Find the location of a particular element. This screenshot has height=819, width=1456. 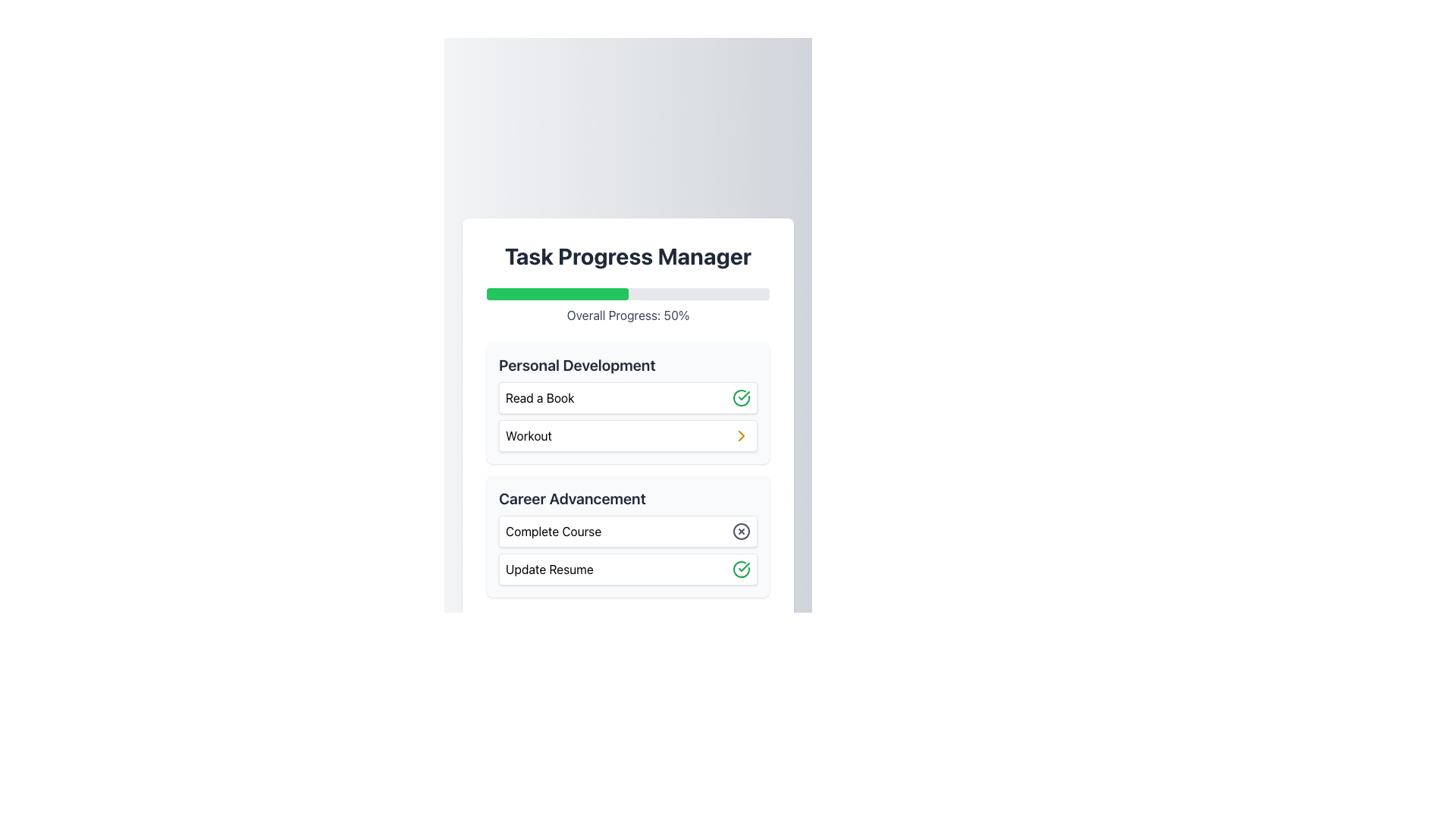

the green outlined circle icon with a checkmark inside it, located in the 'Update Resume' panel of the 'Career Advancement' section is located at coordinates (742, 570).